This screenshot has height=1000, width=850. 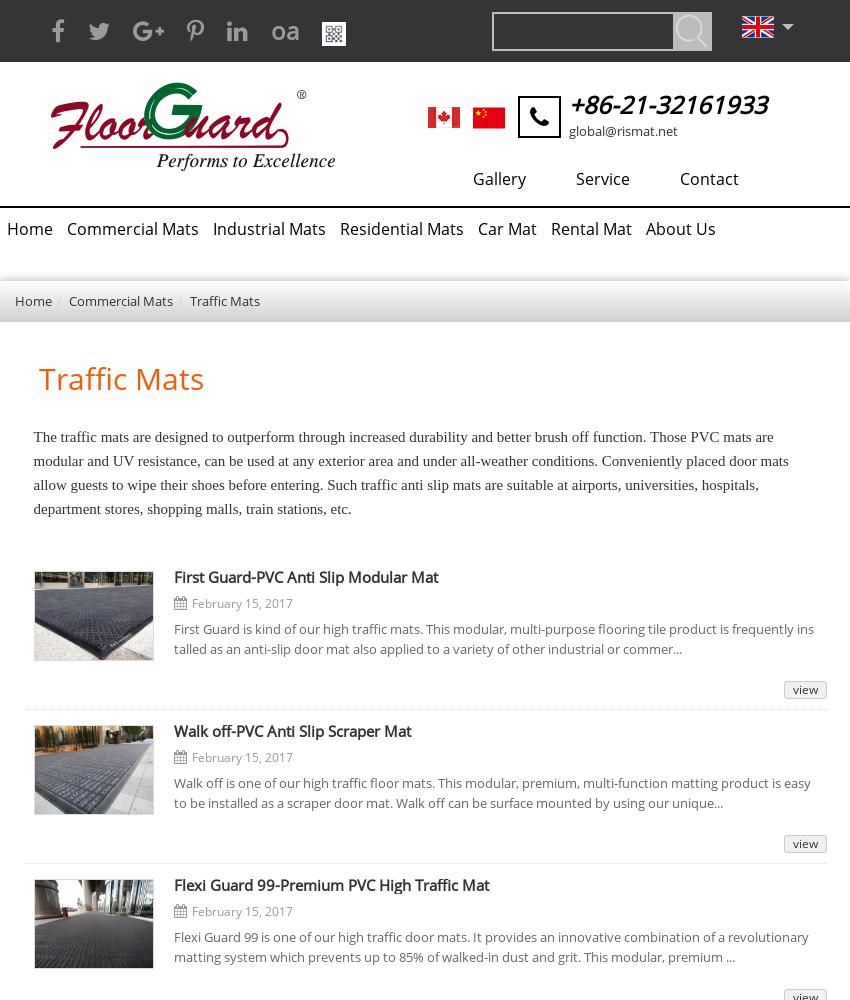 I want to click on 'First Guard-PVC Anti Slip Modular Mat', so click(x=304, y=576).